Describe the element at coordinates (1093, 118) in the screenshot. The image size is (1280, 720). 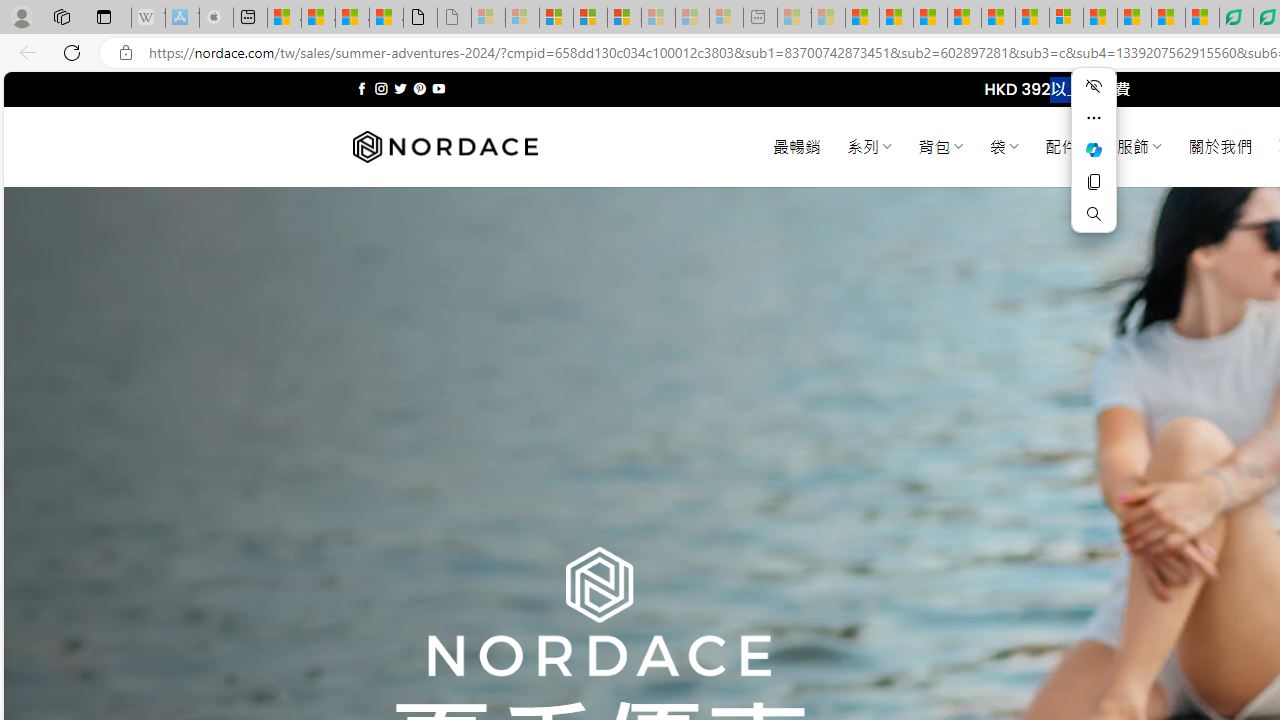
I see `'More actions'` at that location.